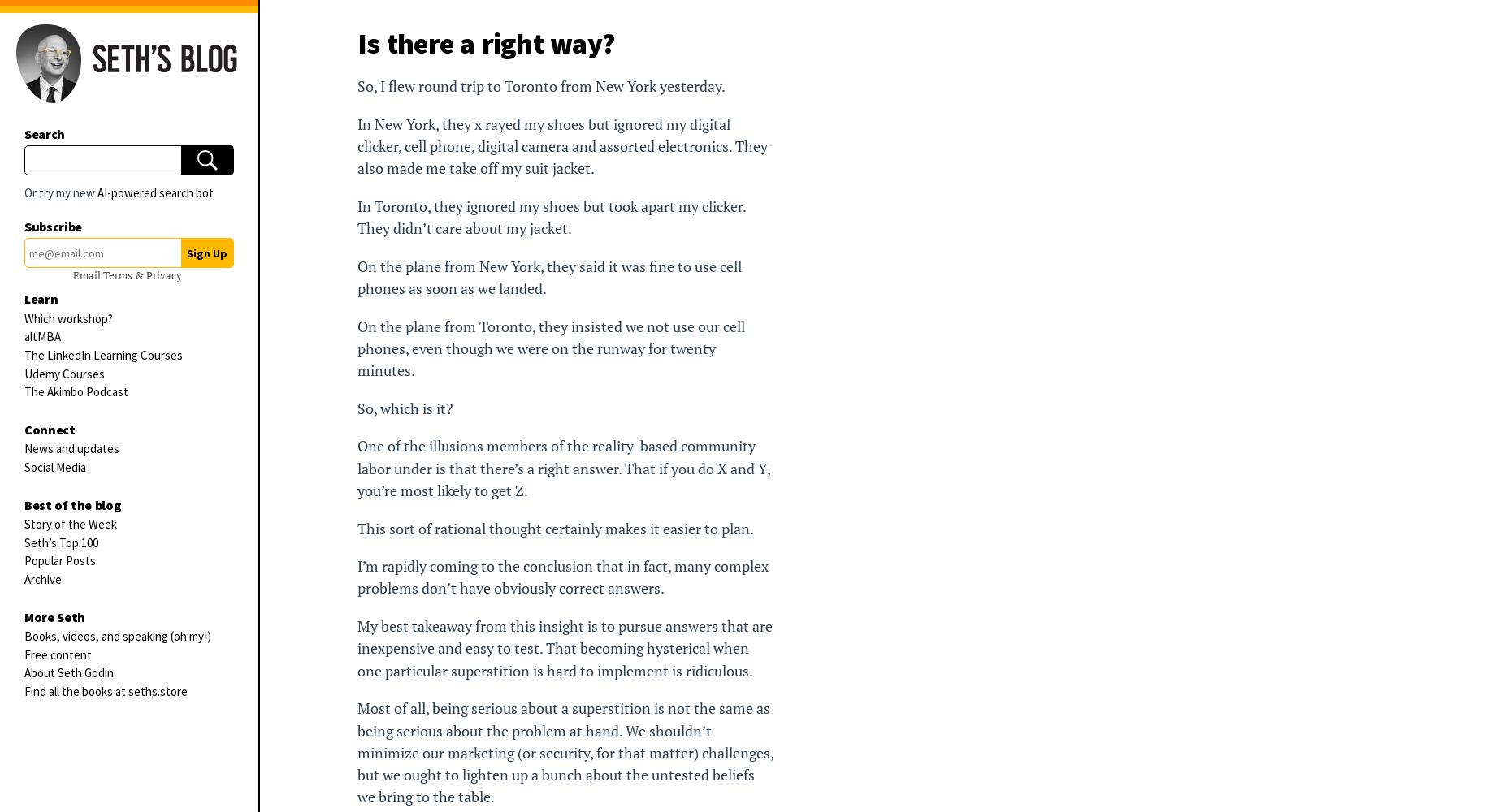 The height and width of the screenshot is (812, 1503). What do you see at coordinates (23, 672) in the screenshot?
I see `'About Seth Godin'` at bounding box center [23, 672].